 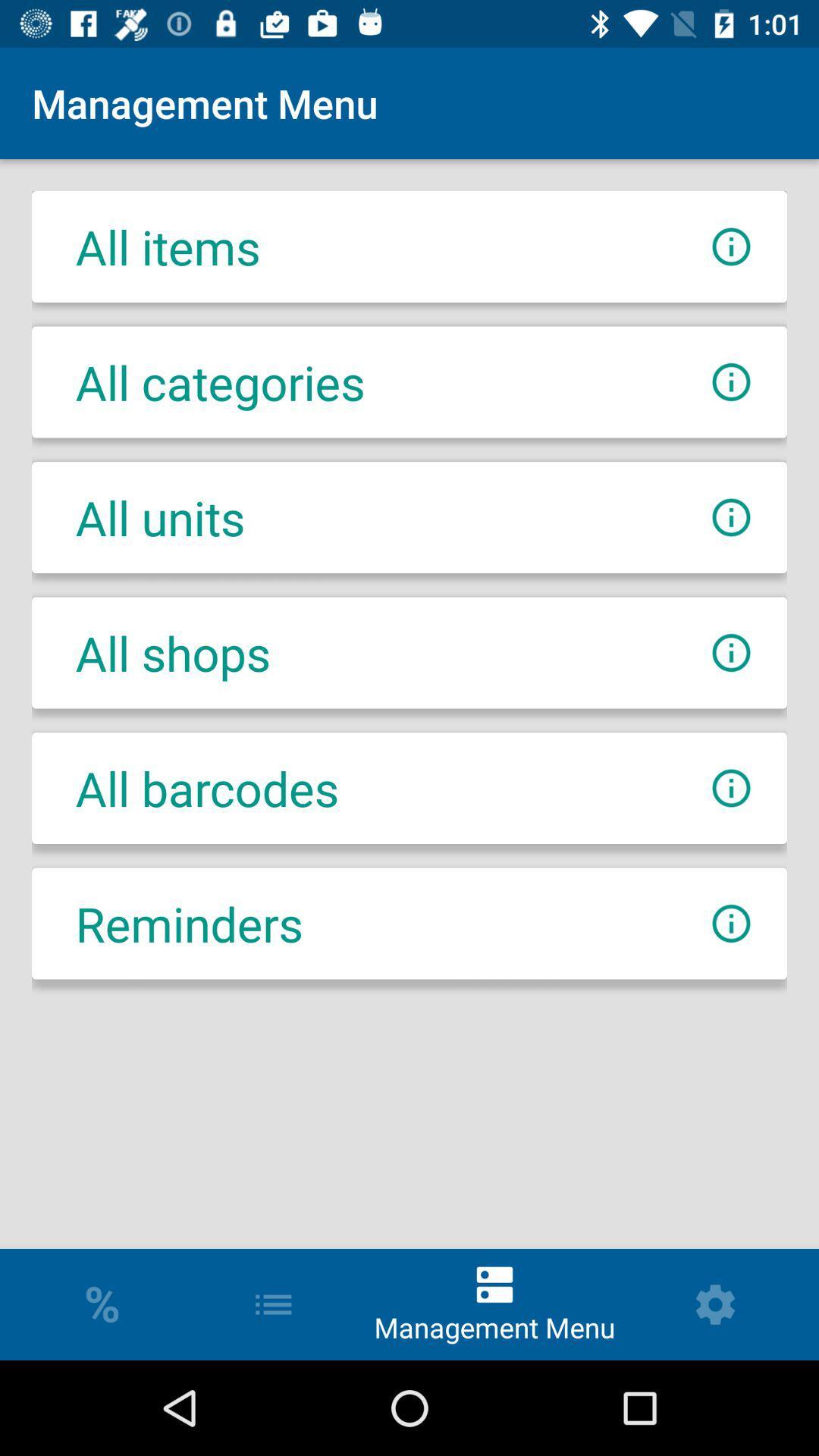 What do you see at coordinates (730, 923) in the screenshot?
I see `information about the reminders tab` at bounding box center [730, 923].